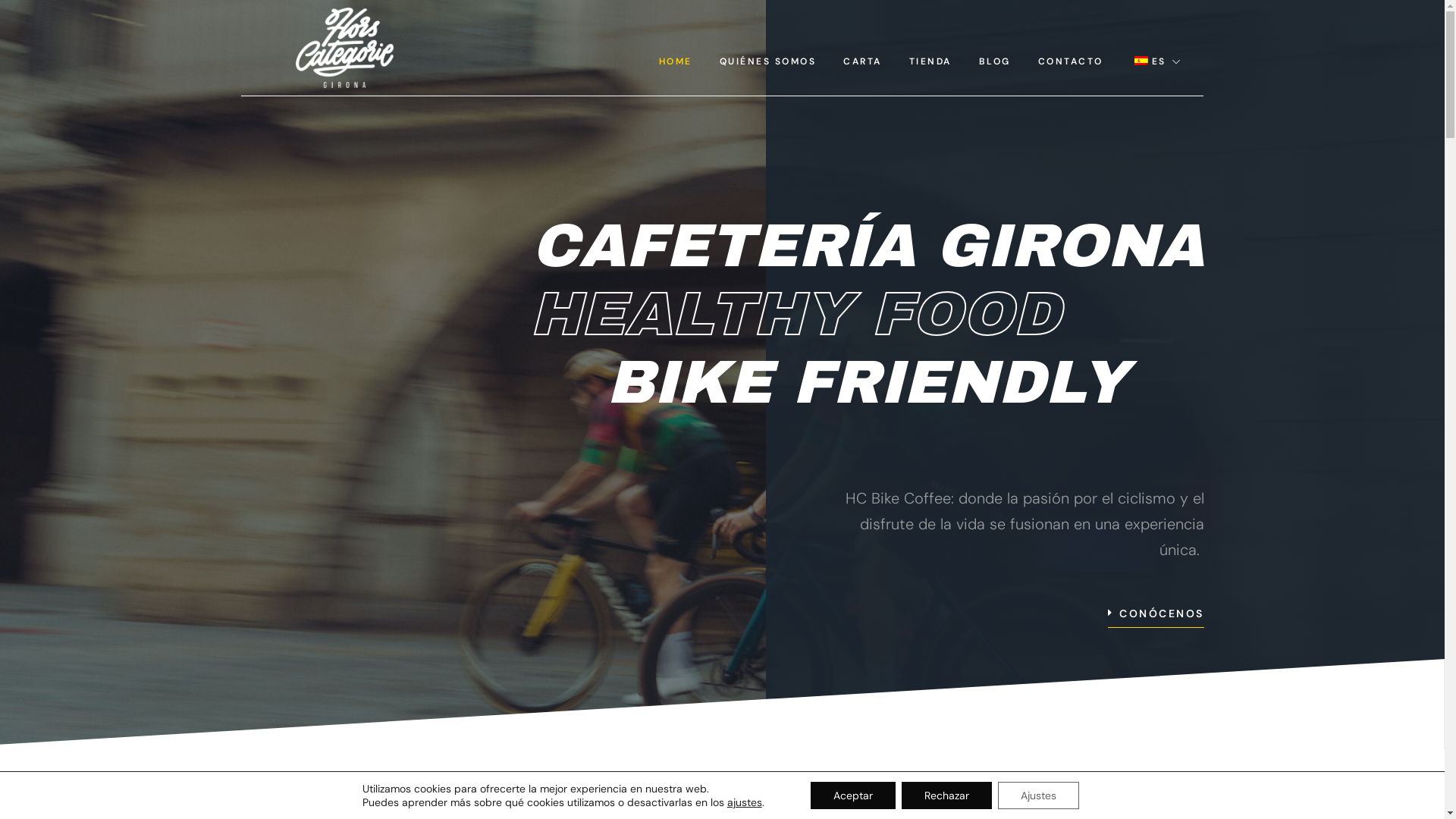  What do you see at coordinates (964, 61) in the screenshot?
I see `'BLOG'` at bounding box center [964, 61].